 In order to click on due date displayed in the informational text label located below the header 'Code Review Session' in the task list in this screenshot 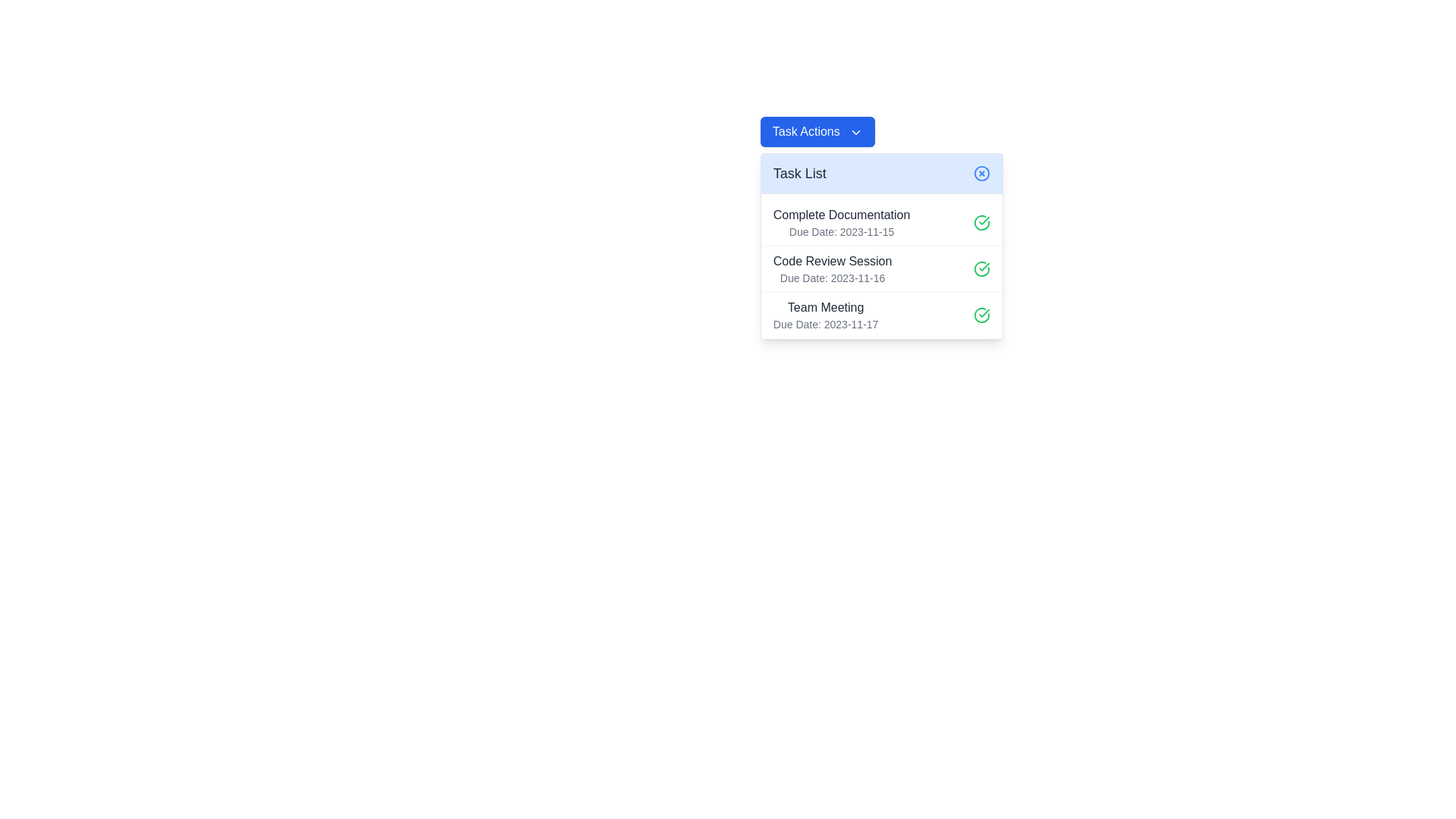, I will do `click(832, 278)`.